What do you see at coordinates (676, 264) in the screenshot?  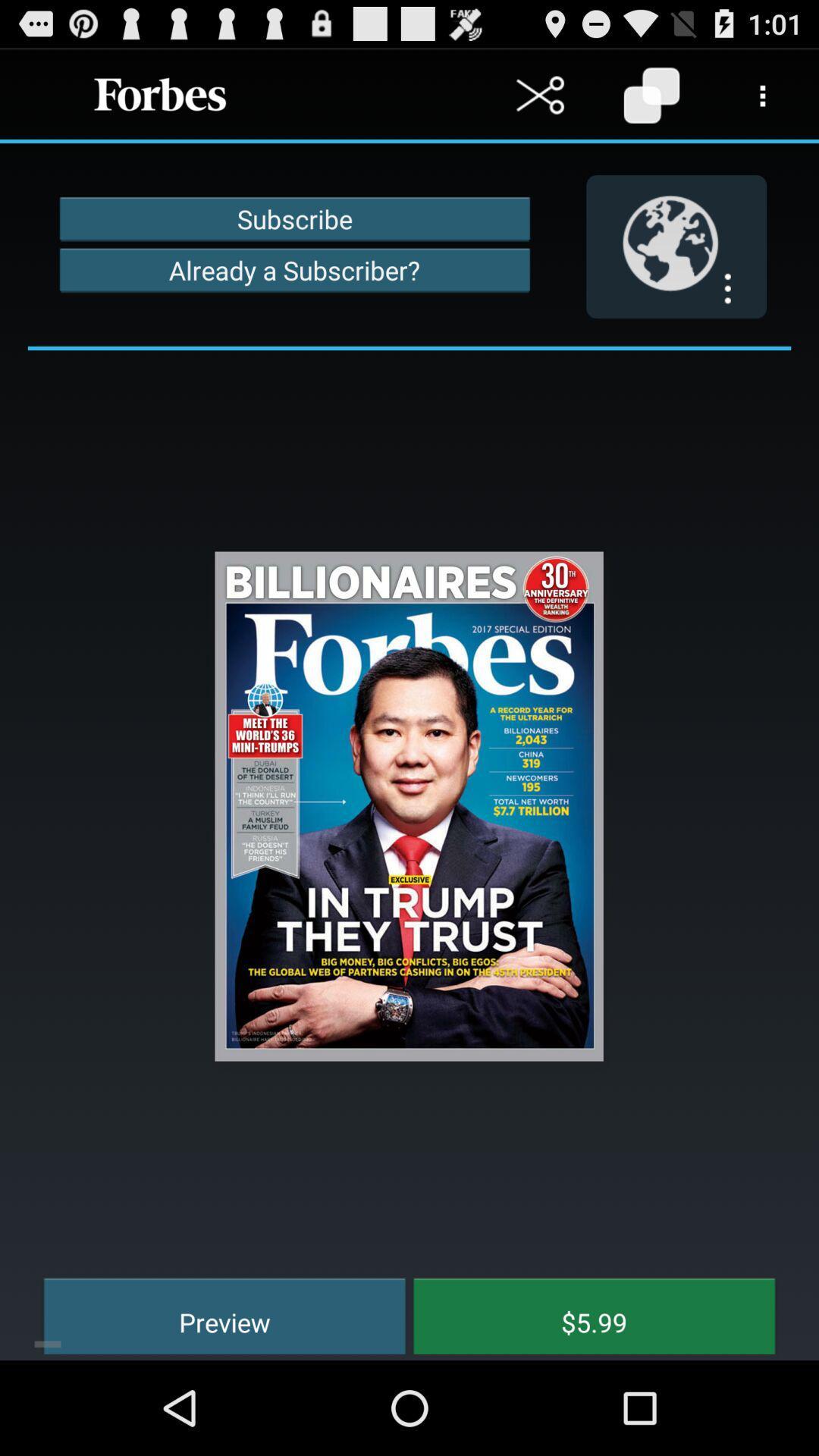 I see `the globe icon` at bounding box center [676, 264].